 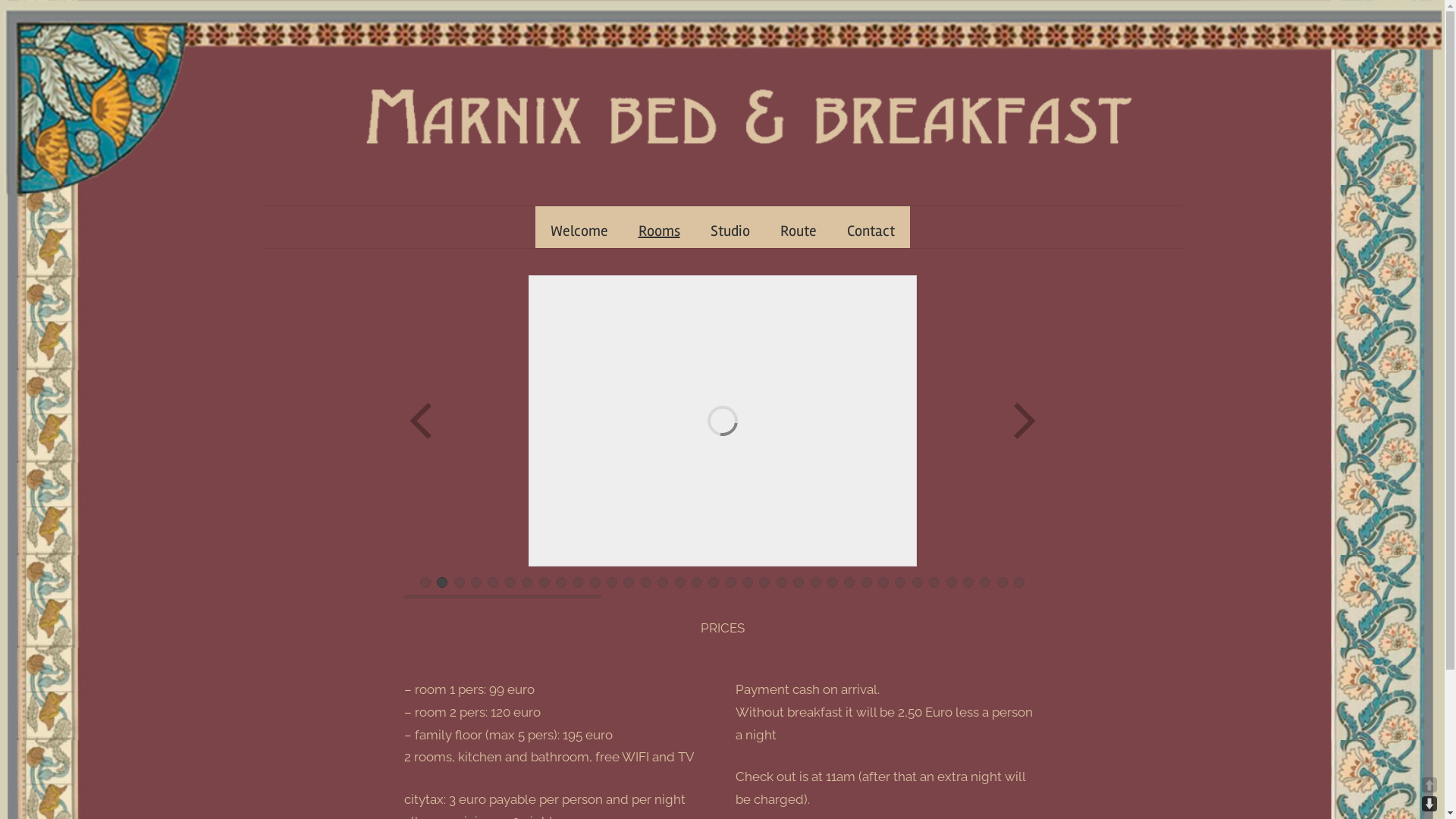 What do you see at coordinates (729, 231) in the screenshot?
I see `'Studio'` at bounding box center [729, 231].